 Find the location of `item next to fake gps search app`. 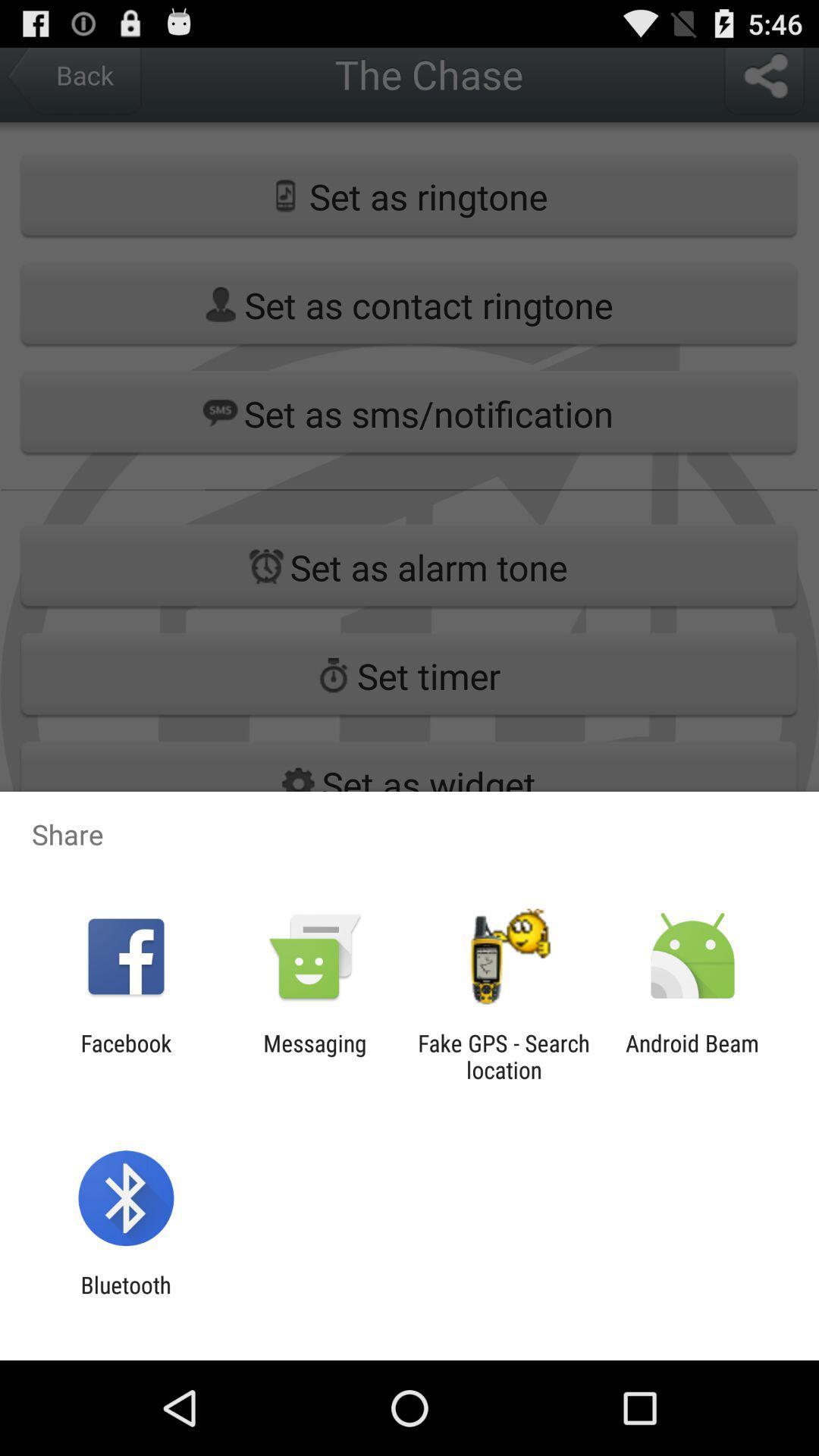

item next to fake gps search app is located at coordinates (692, 1056).